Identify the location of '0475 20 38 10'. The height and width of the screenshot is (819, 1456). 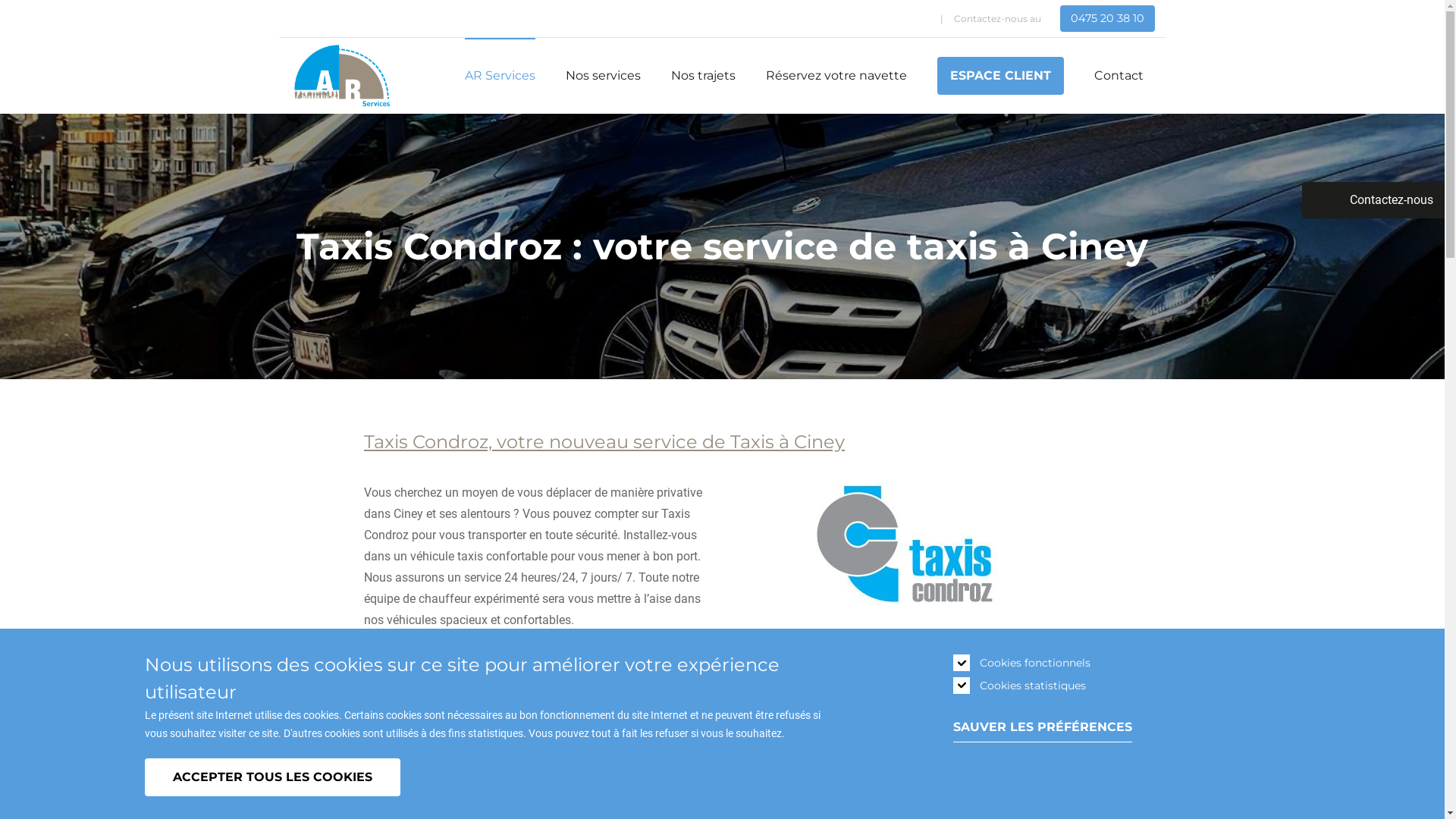
(1107, 18).